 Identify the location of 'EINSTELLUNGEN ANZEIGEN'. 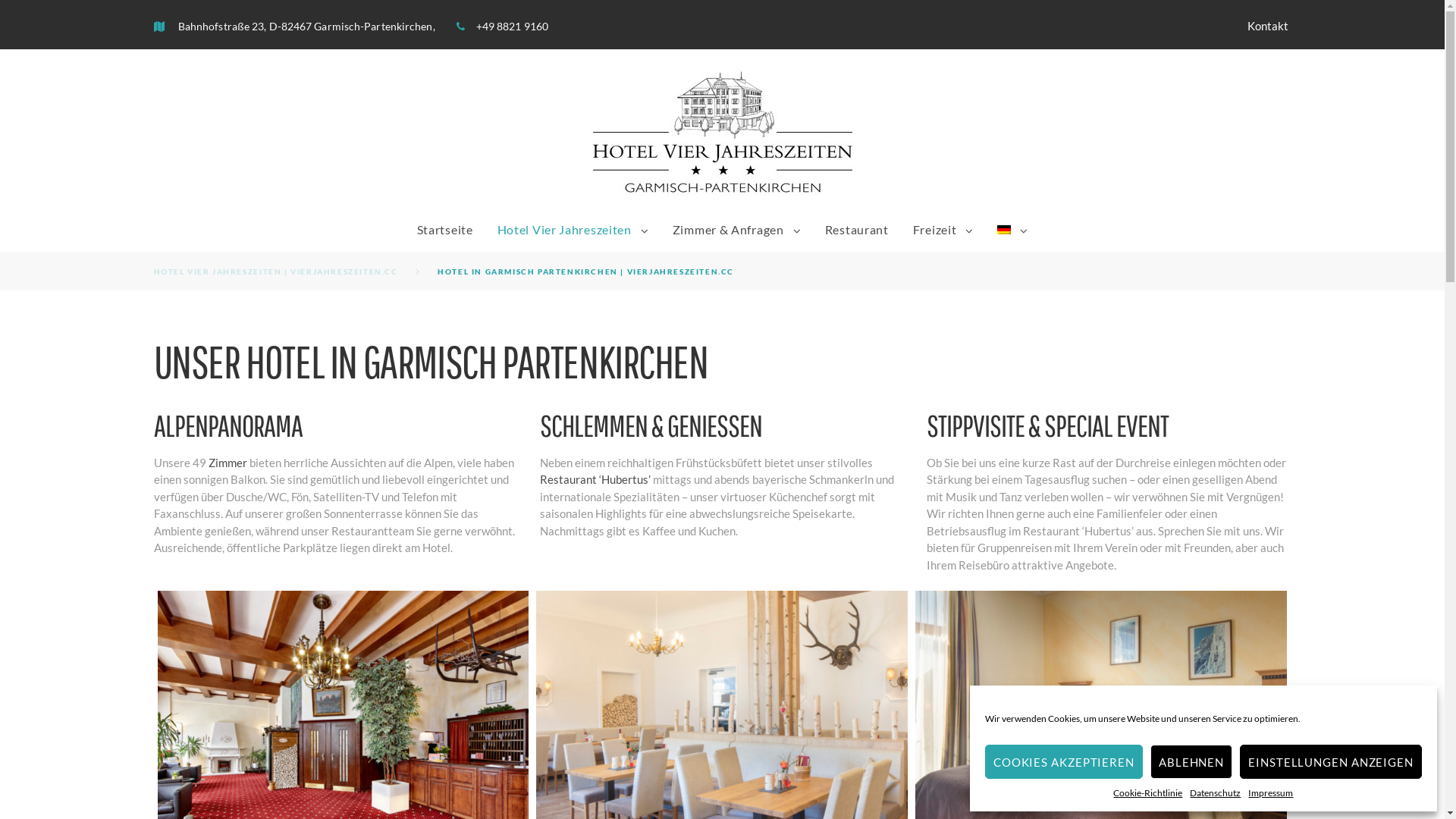
(1330, 761).